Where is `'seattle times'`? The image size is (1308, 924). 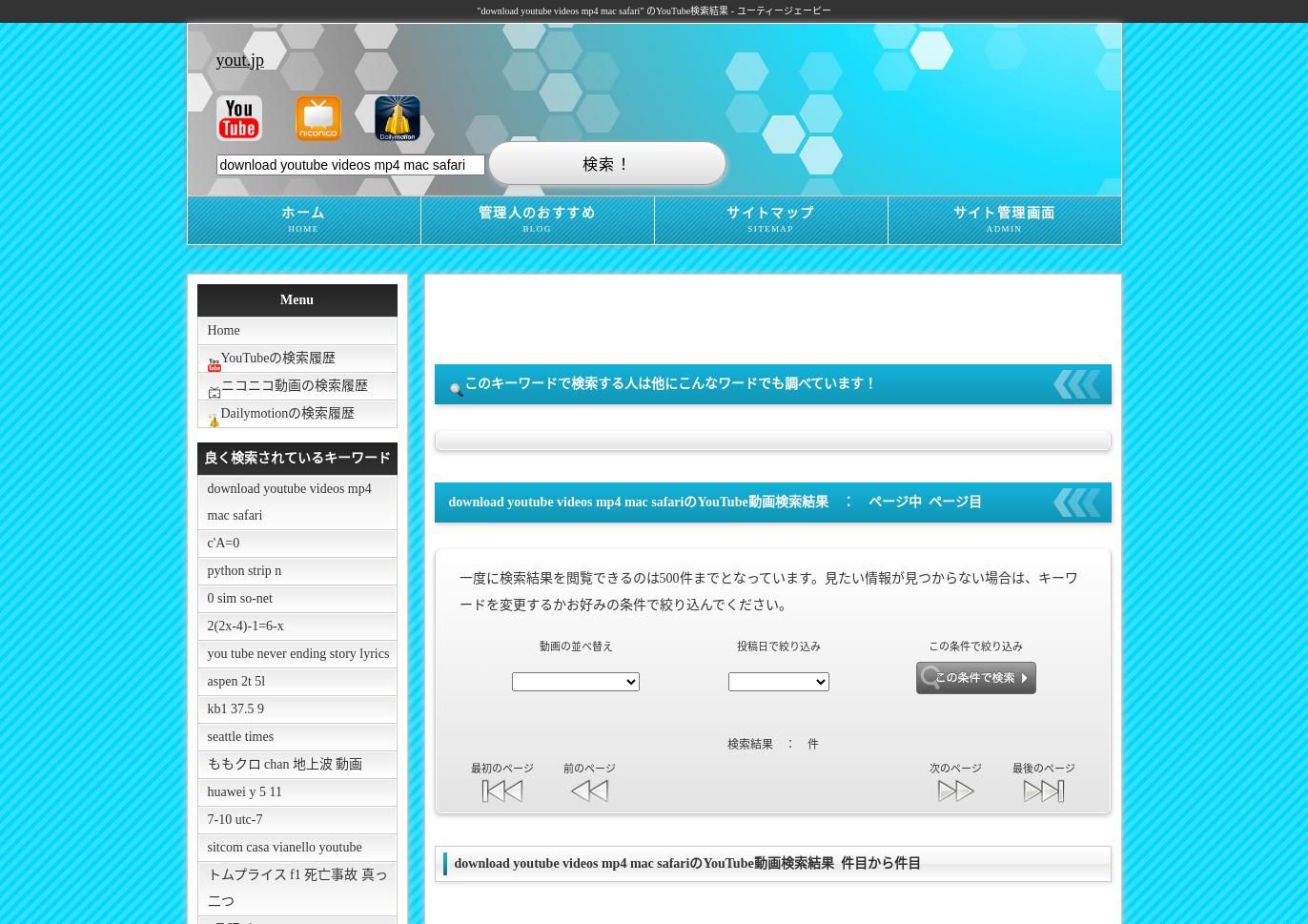 'seattle times' is located at coordinates (240, 735).